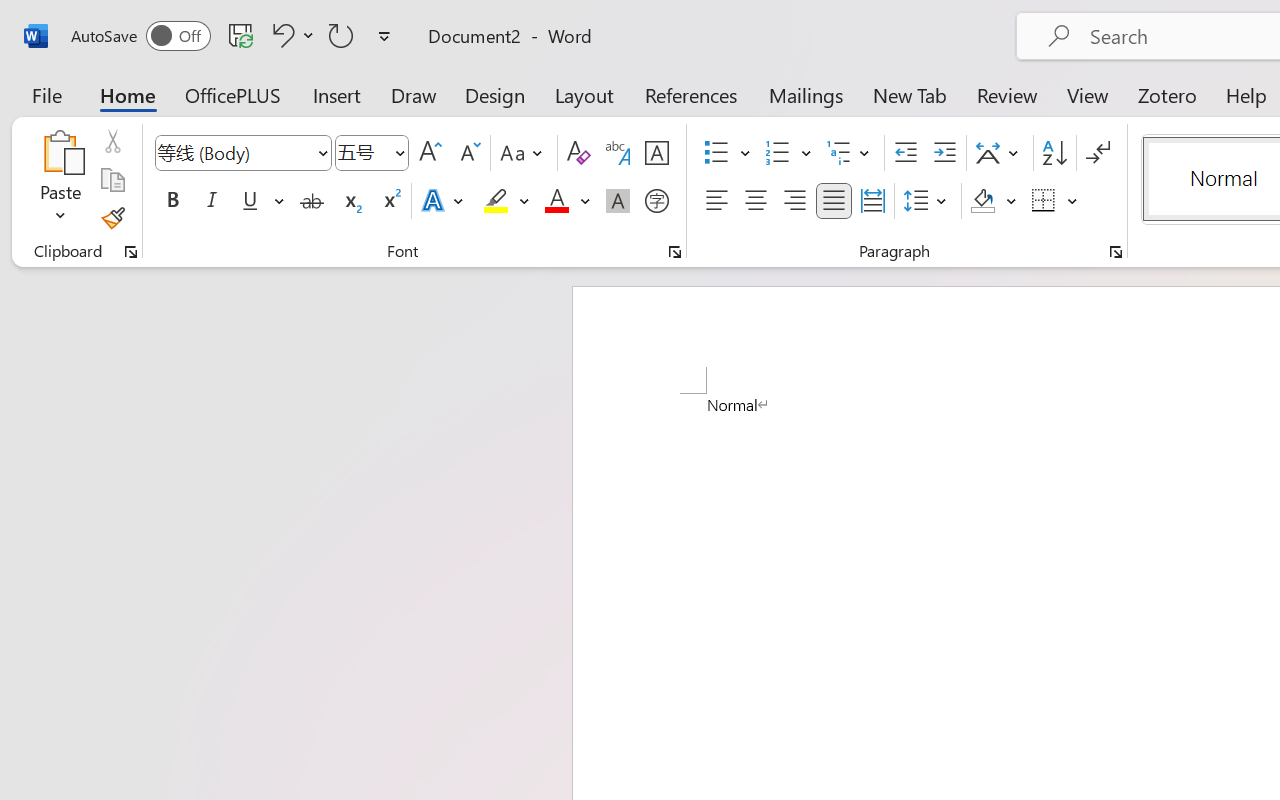 This screenshot has width=1280, height=800. I want to click on 'AutoSave', so click(139, 35).